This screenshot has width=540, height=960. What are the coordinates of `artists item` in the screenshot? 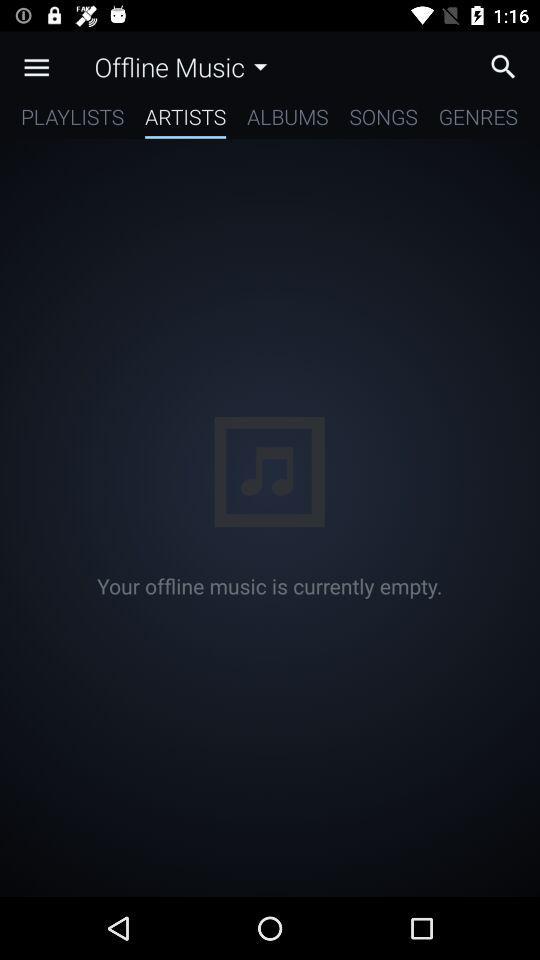 It's located at (185, 120).